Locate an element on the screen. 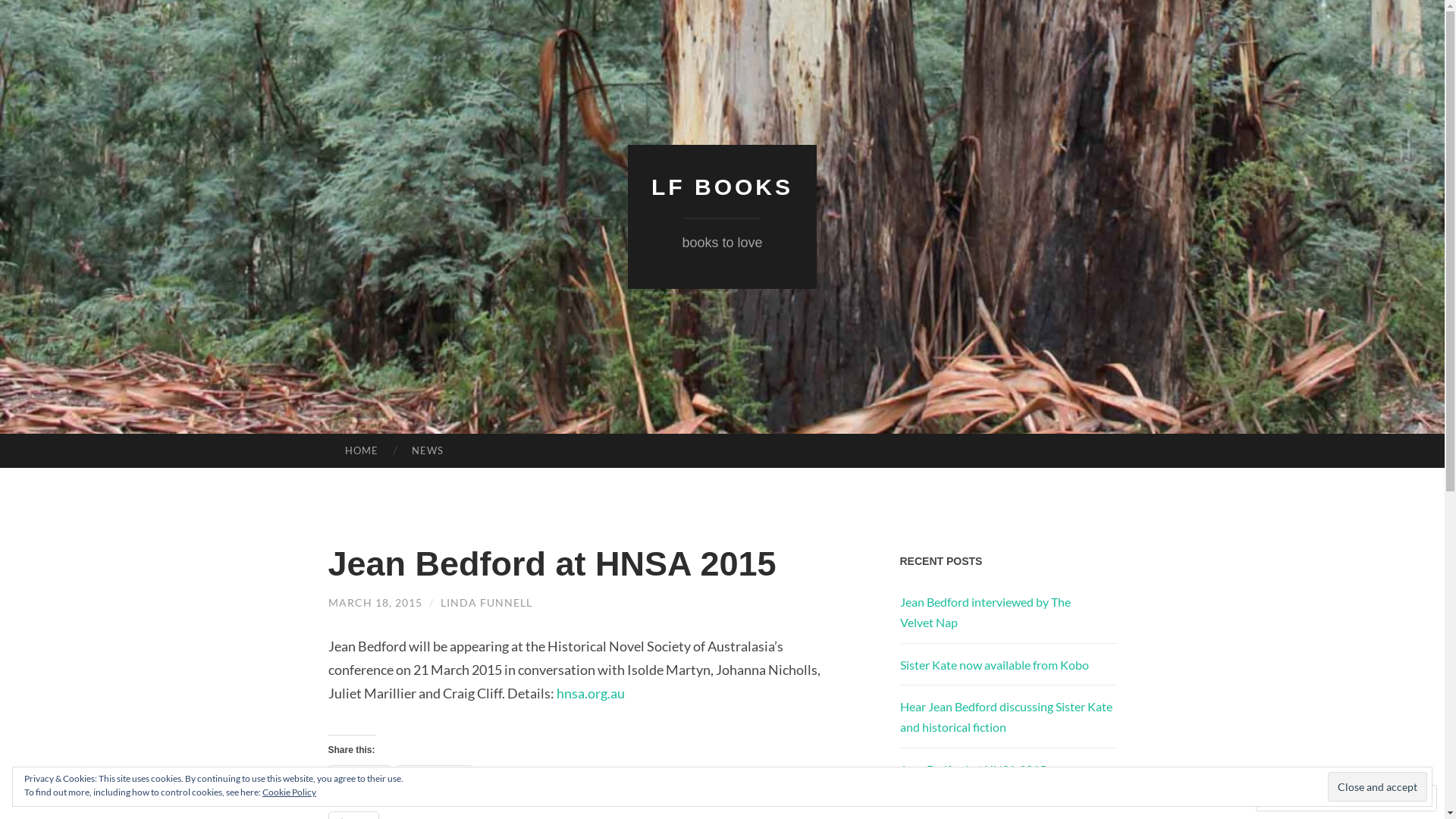  'Comment' is located at coordinates (1296, 797).